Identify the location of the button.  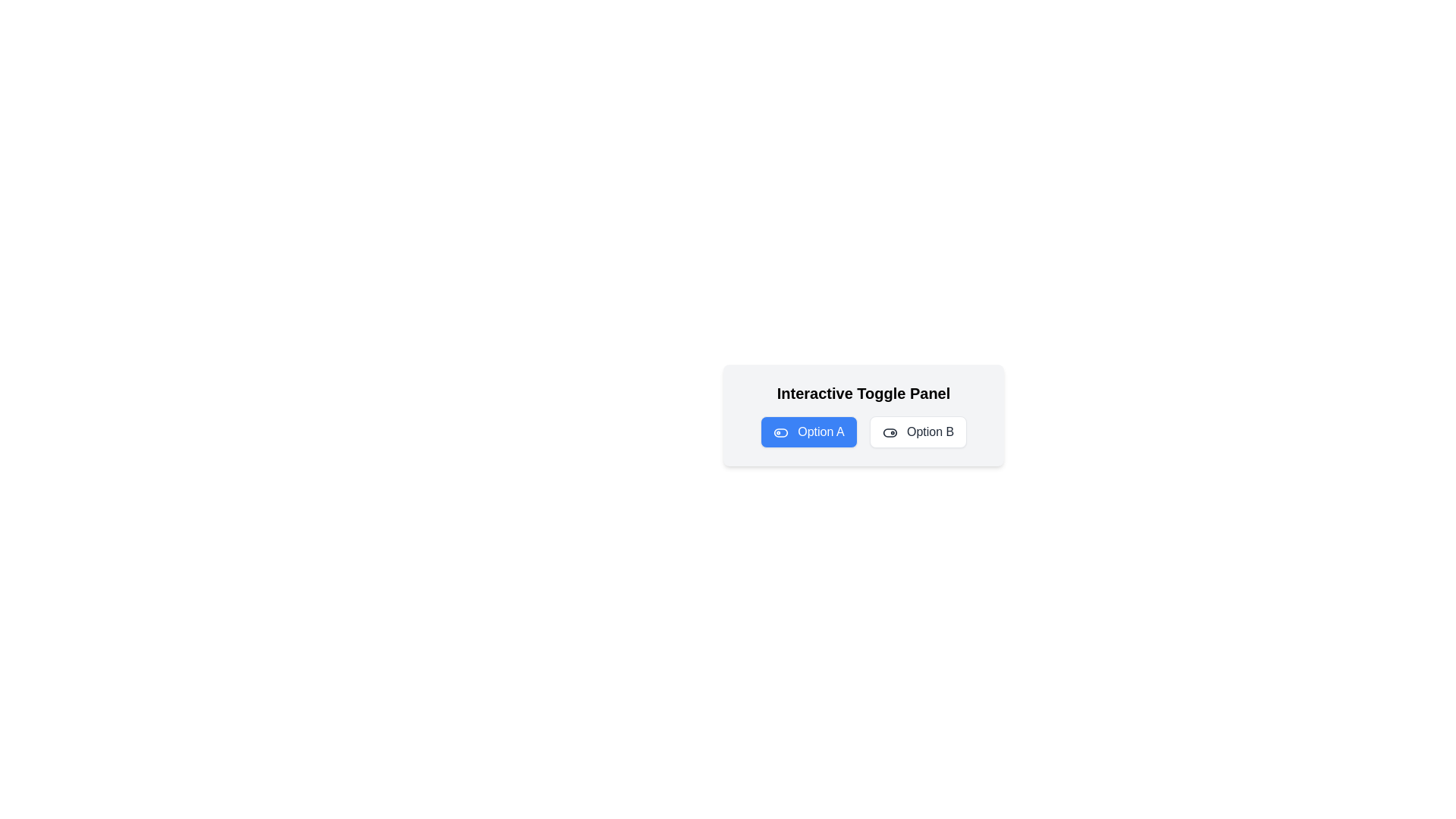
(917, 432).